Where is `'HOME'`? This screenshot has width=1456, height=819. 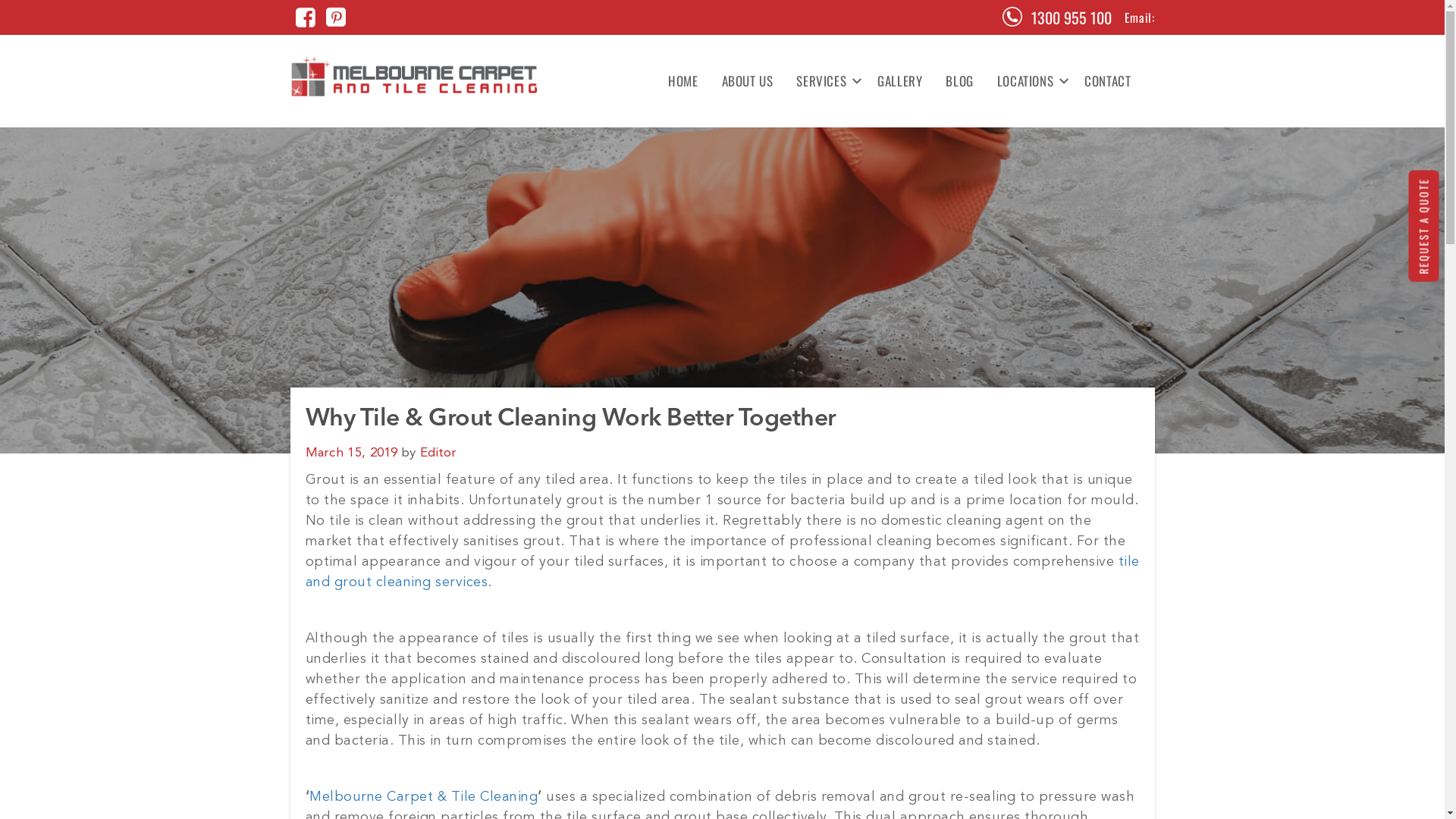 'HOME' is located at coordinates (682, 81).